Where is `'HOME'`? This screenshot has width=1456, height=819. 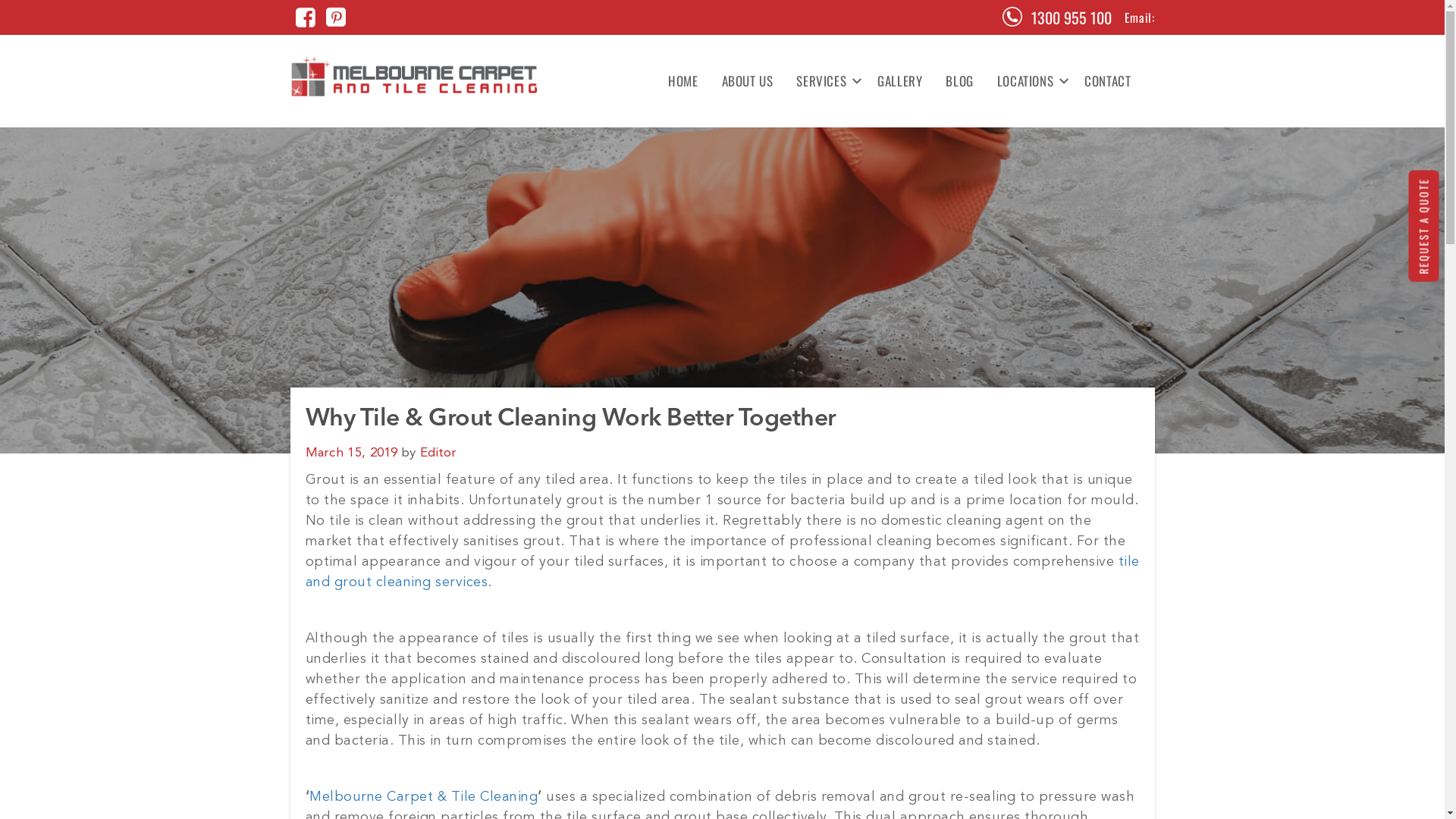 'HOME' is located at coordinates (682, 81).